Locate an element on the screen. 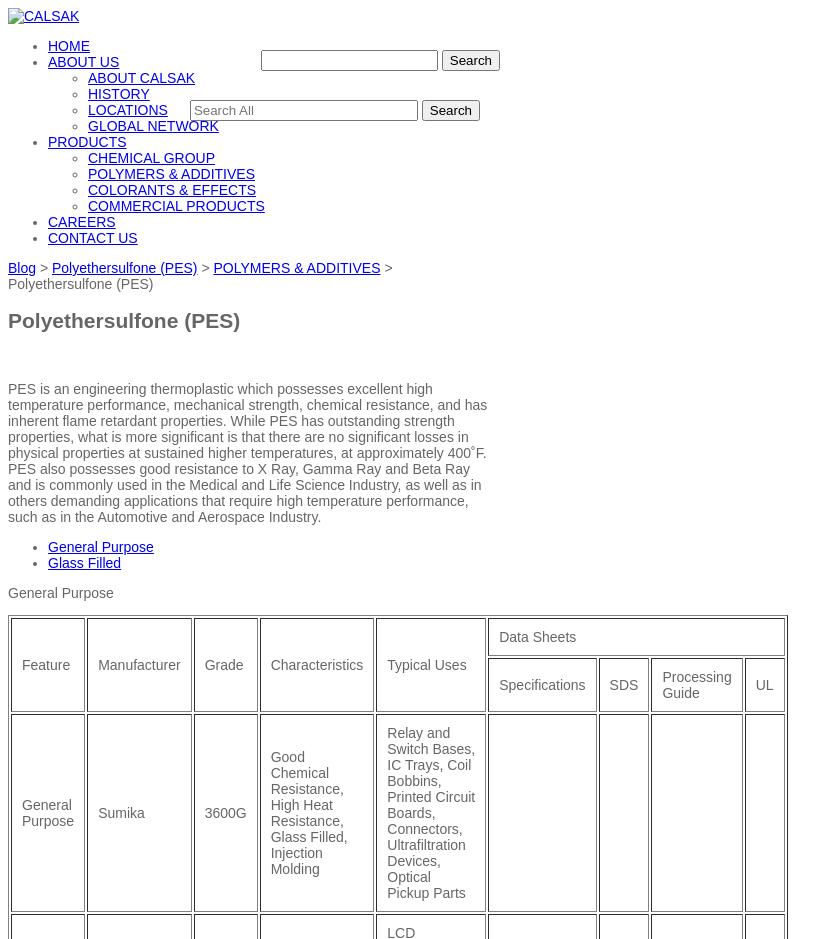 The width and height of the screenshot is (816, 939). '> Polyethersulfone (PES)' is located at coordinates (200, 274).